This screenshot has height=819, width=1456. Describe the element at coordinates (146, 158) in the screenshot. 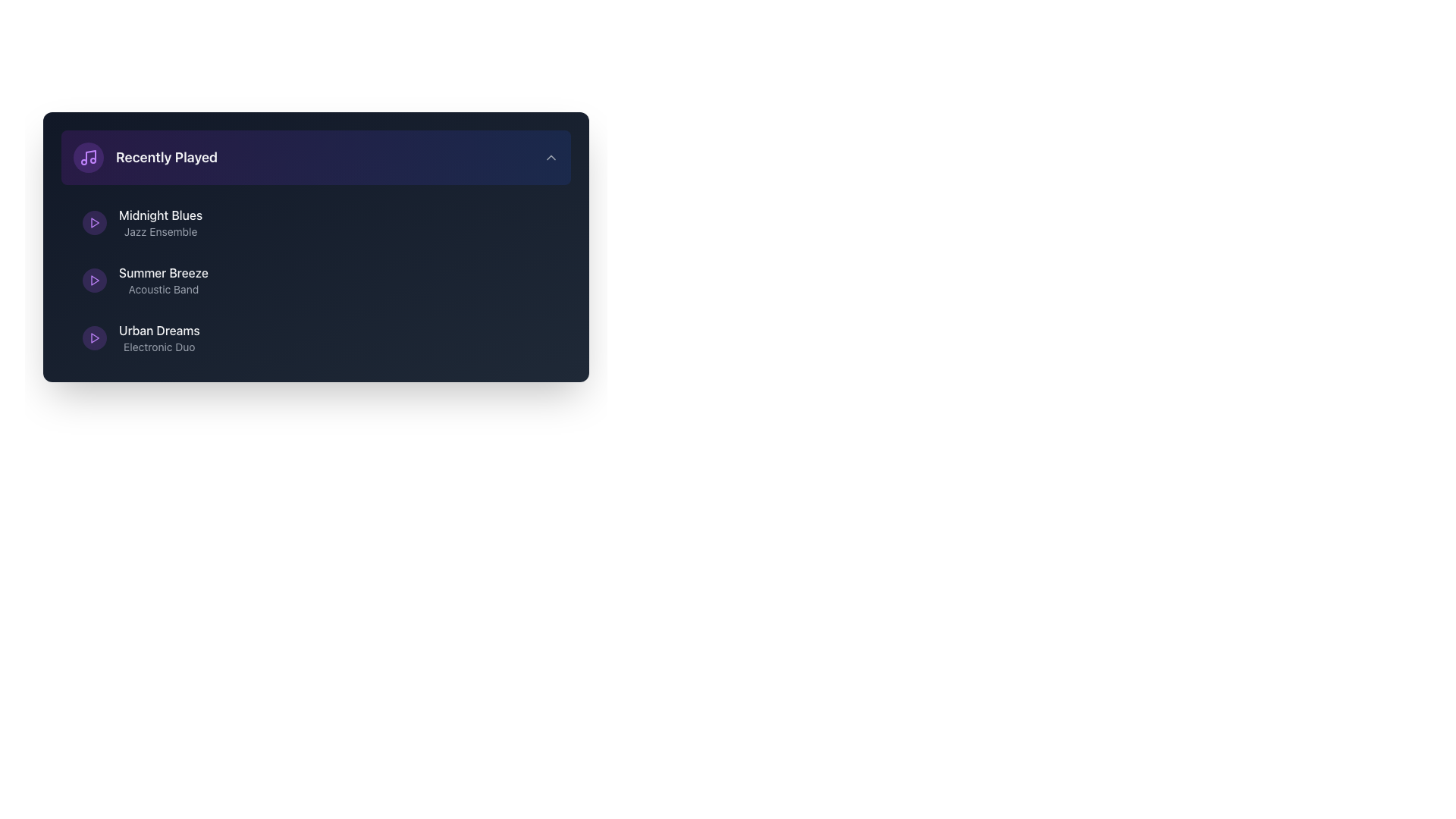

I see `the 'Recently Played' text label with a music note icon` at that location.